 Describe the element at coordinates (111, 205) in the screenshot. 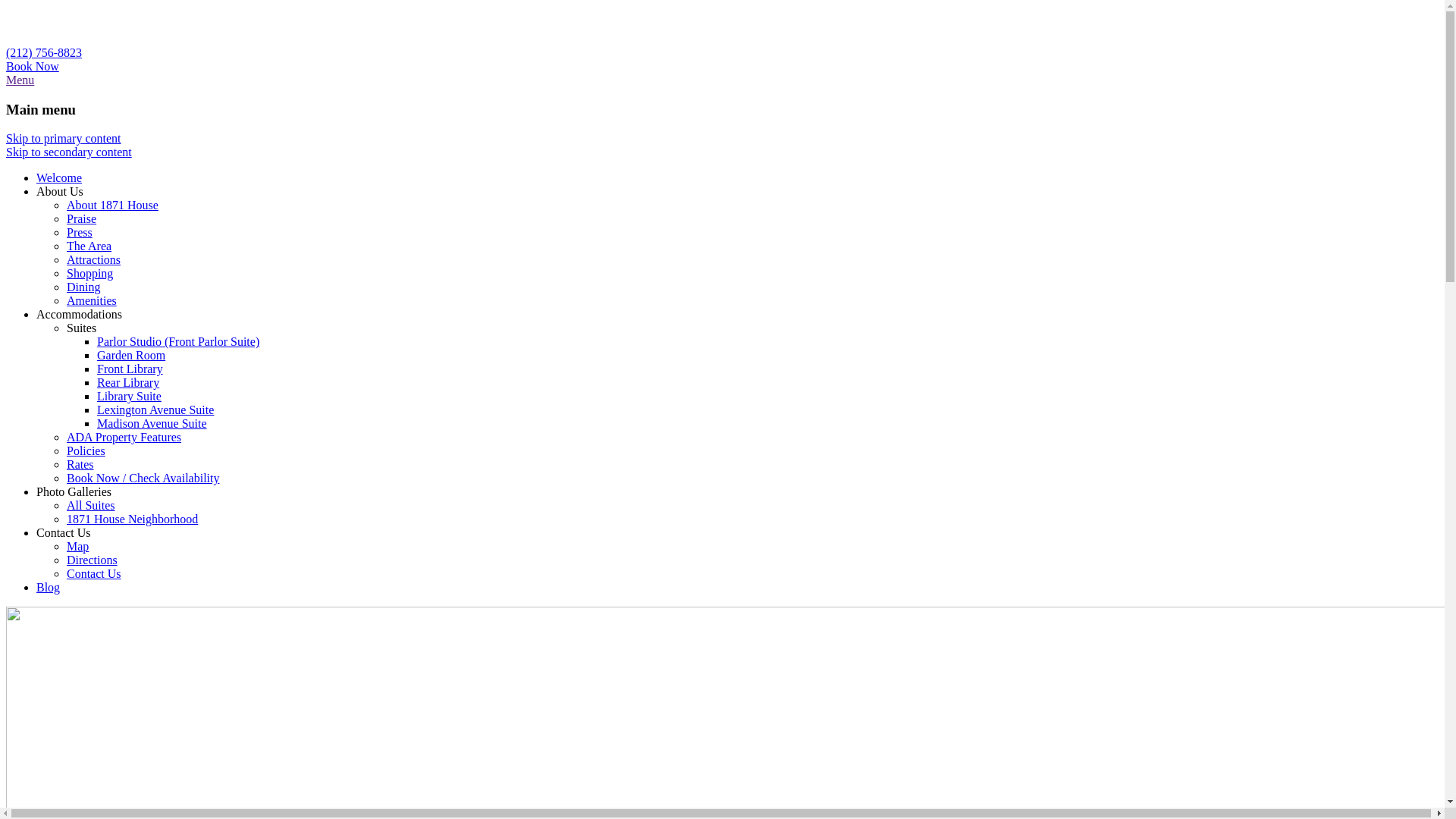

I see `'About 1871 House'` at that location.